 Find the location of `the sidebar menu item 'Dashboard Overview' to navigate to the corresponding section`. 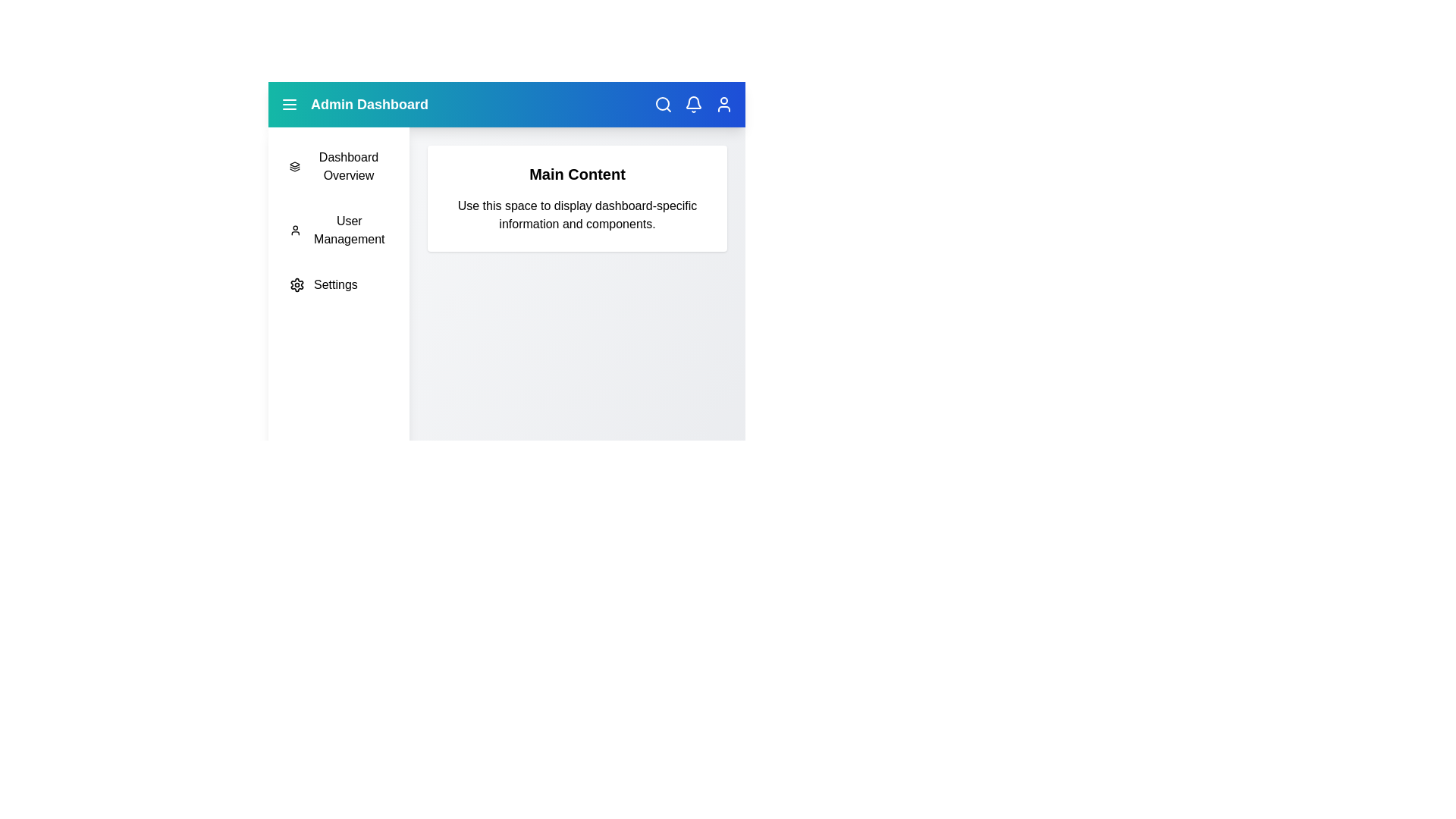

the sidebar menu item 'Dashboard Overview' to navigate to the corresponding section is located at coordinates (337, 166).